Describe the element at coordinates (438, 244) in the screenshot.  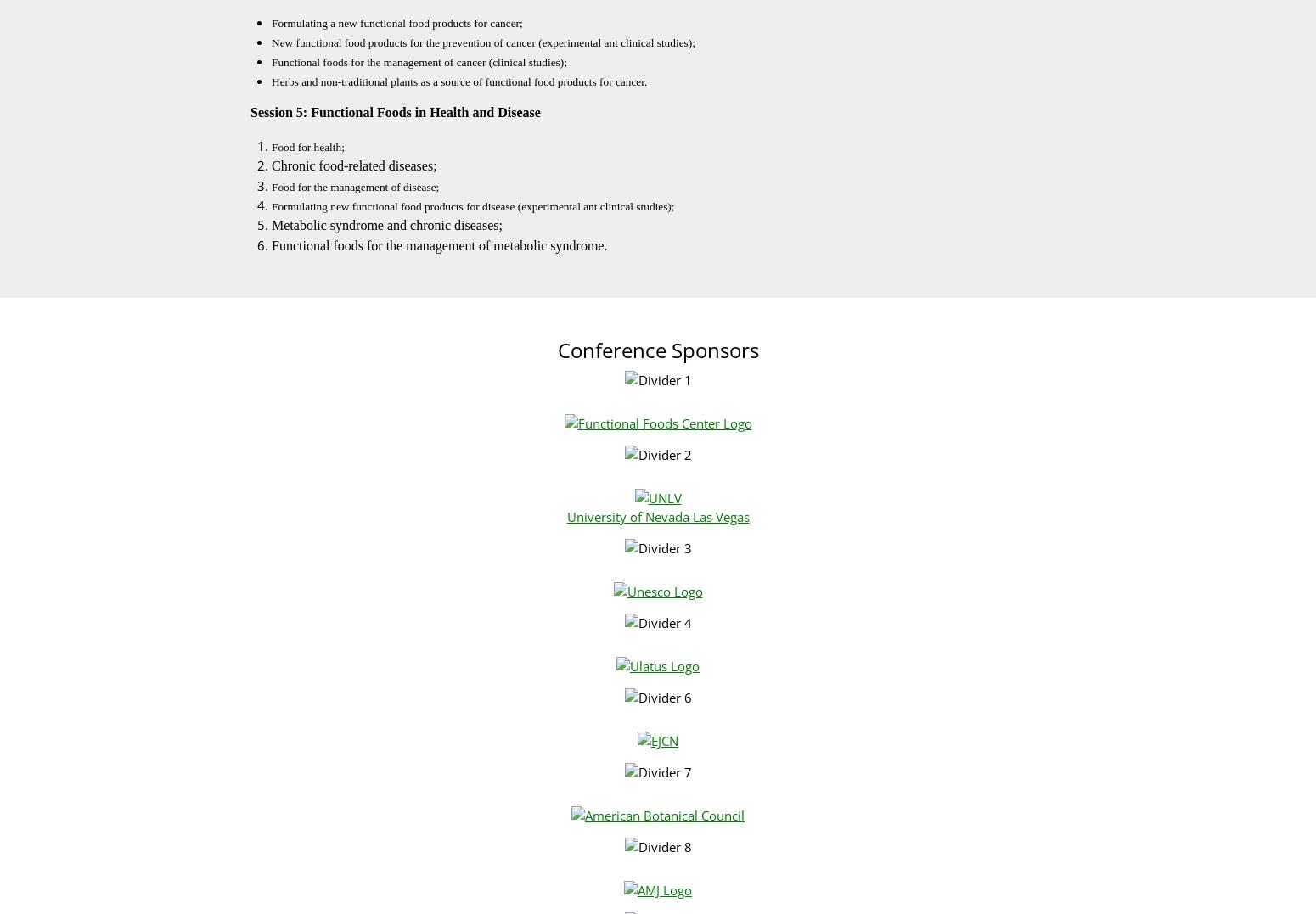
I see `'Functional foods for the management of metabolic syndrome.'` at that location.